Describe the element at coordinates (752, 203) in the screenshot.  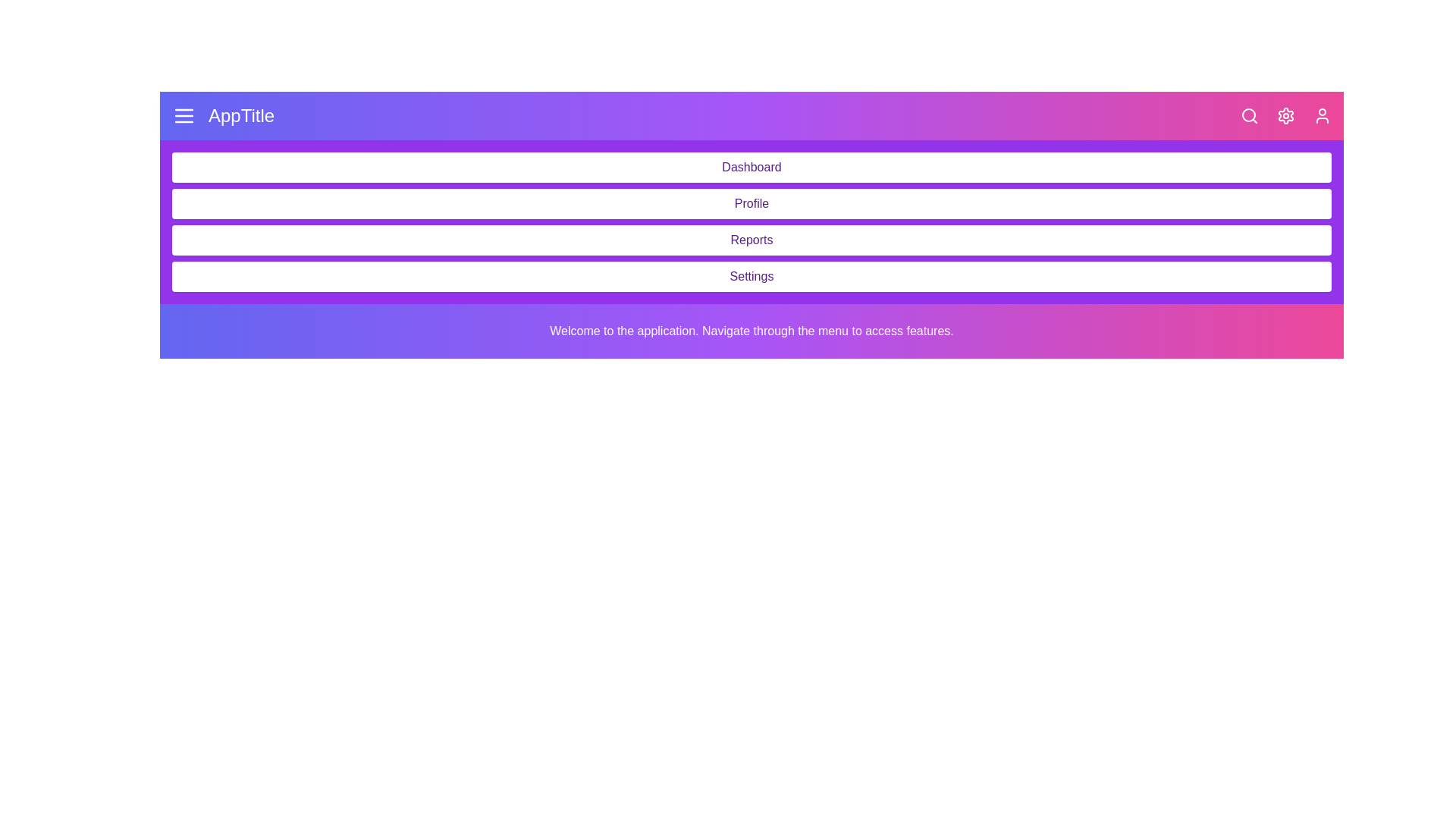
I see `the menu item 'Profile' from the navigation menu` at that location.